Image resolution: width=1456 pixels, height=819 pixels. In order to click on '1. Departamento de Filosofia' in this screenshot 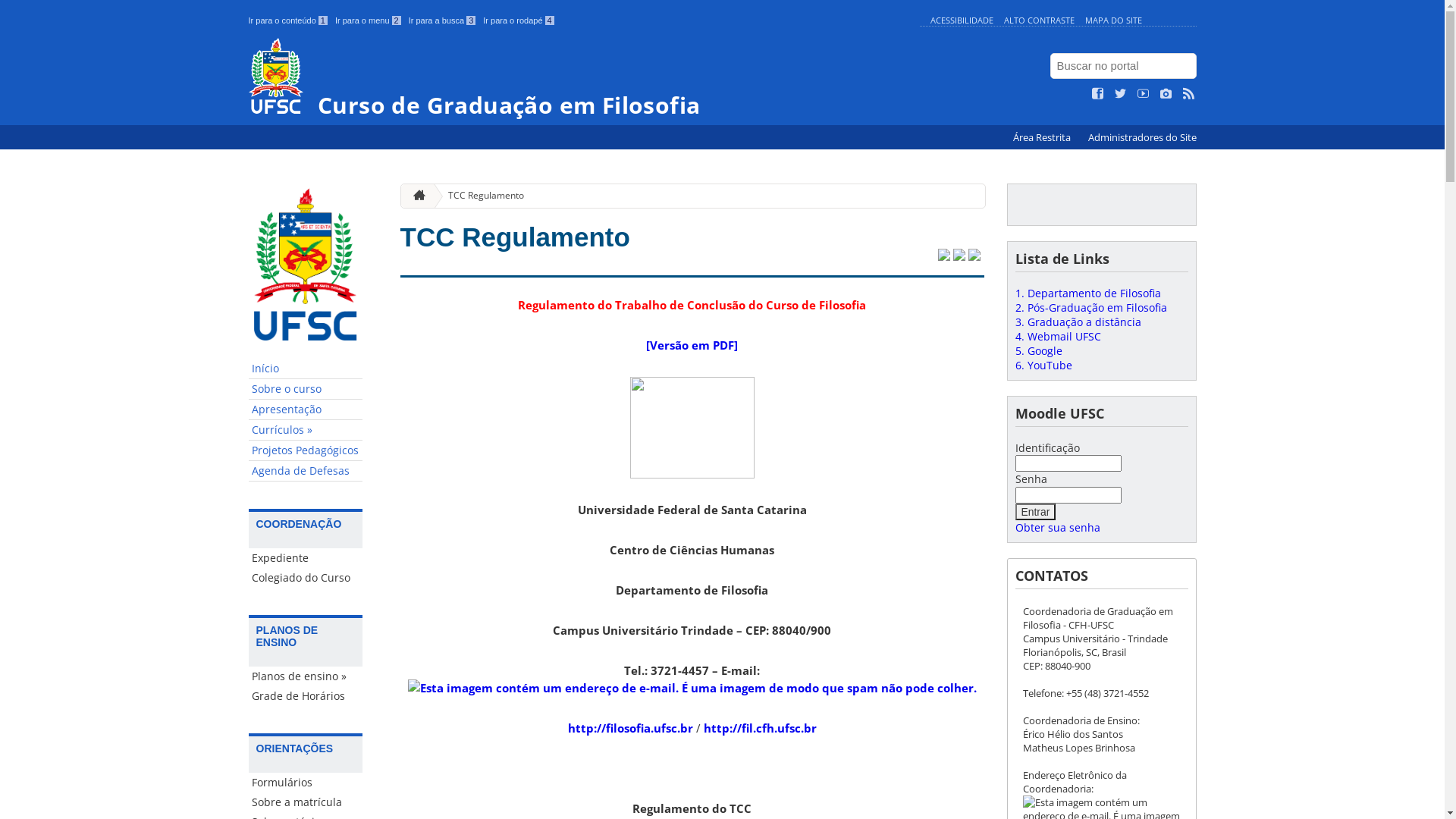, I will do `click(1087, 293)`.